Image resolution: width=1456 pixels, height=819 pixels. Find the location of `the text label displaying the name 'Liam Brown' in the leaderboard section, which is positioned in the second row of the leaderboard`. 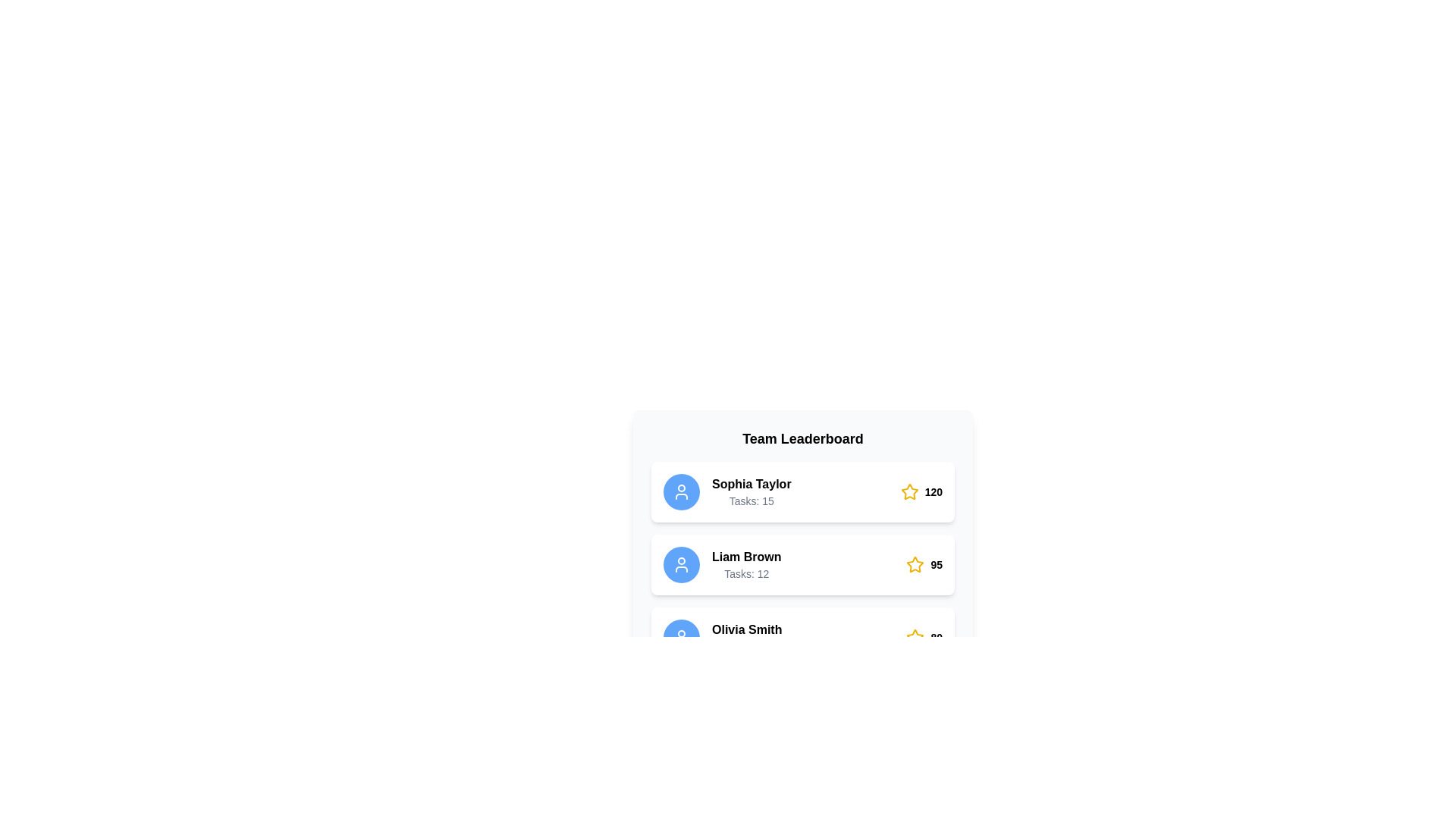

the text label displaying the name 'Liam Brown' in the leaderboard section, which is positioned in the second row of the leaderboard is located at coordinates (746, 557).